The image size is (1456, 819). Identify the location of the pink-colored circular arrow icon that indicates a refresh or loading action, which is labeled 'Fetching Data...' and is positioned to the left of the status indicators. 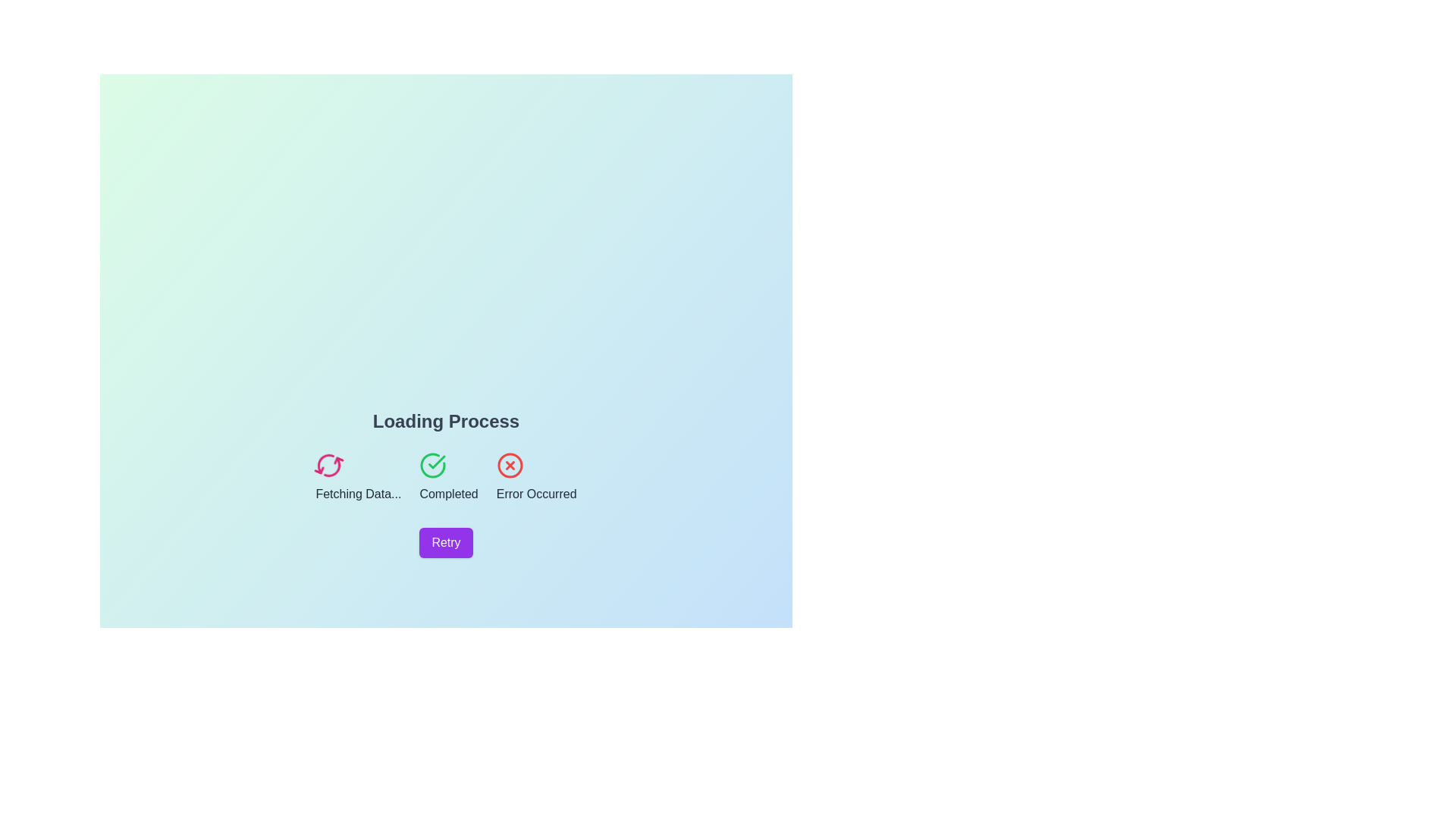
(328, 464).